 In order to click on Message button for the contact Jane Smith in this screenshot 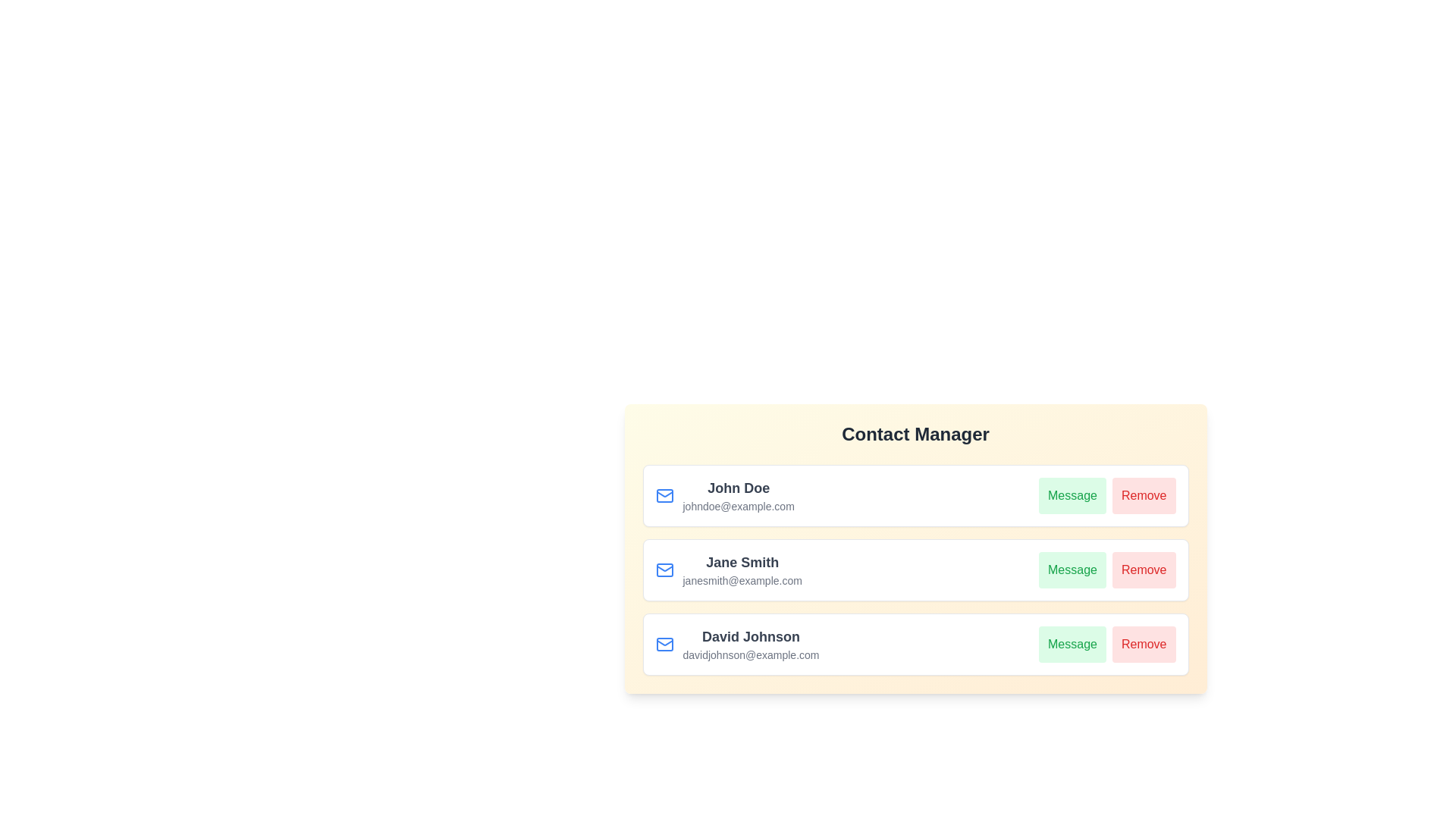, I will do `click(1072, 570)`.